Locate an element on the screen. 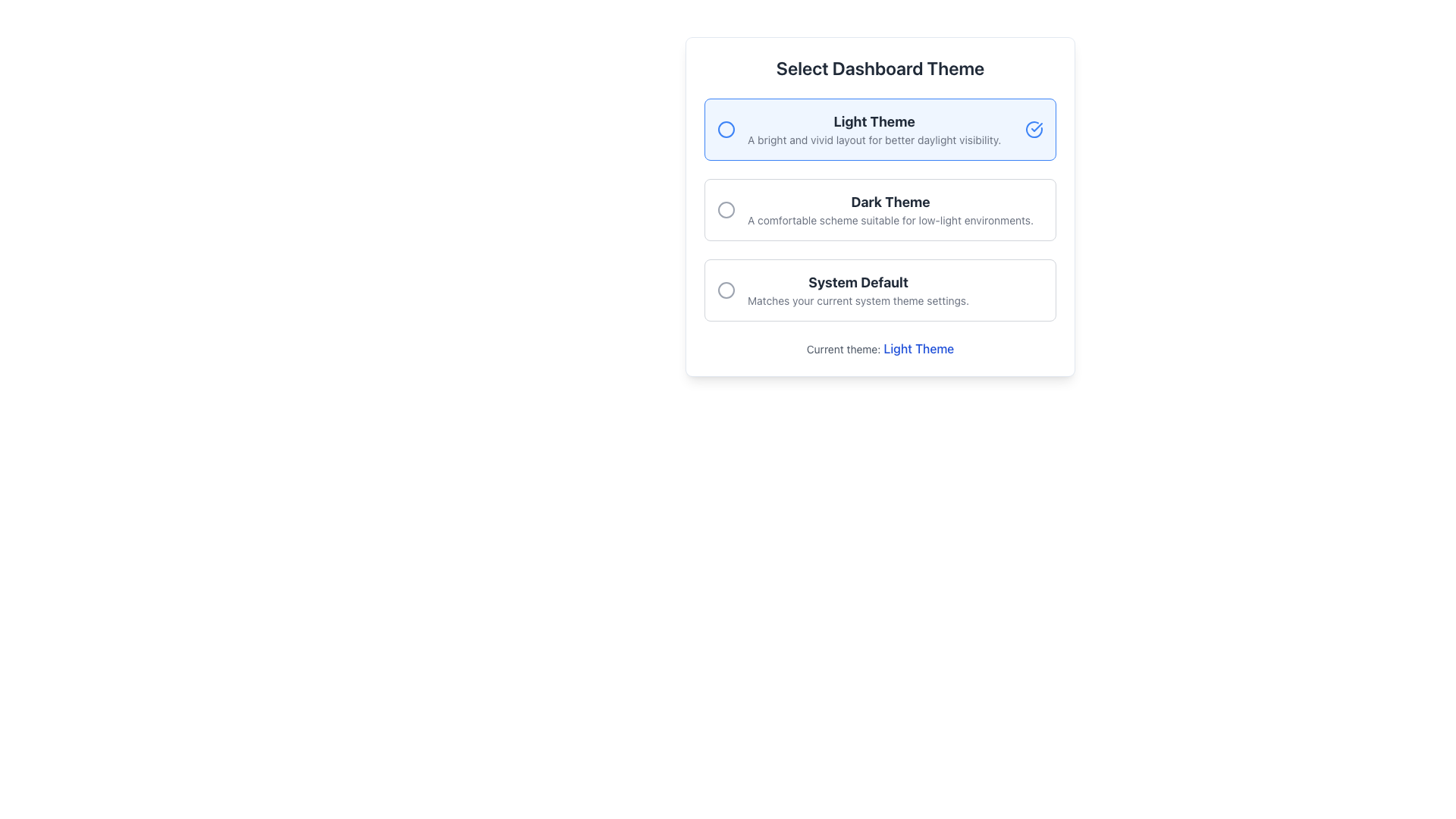 The image size is (1456, 819). the blue circular icon located to the left of the 'Light Theme' text, which is highlighted with a bright blue color is located at coordinates (726, 128).